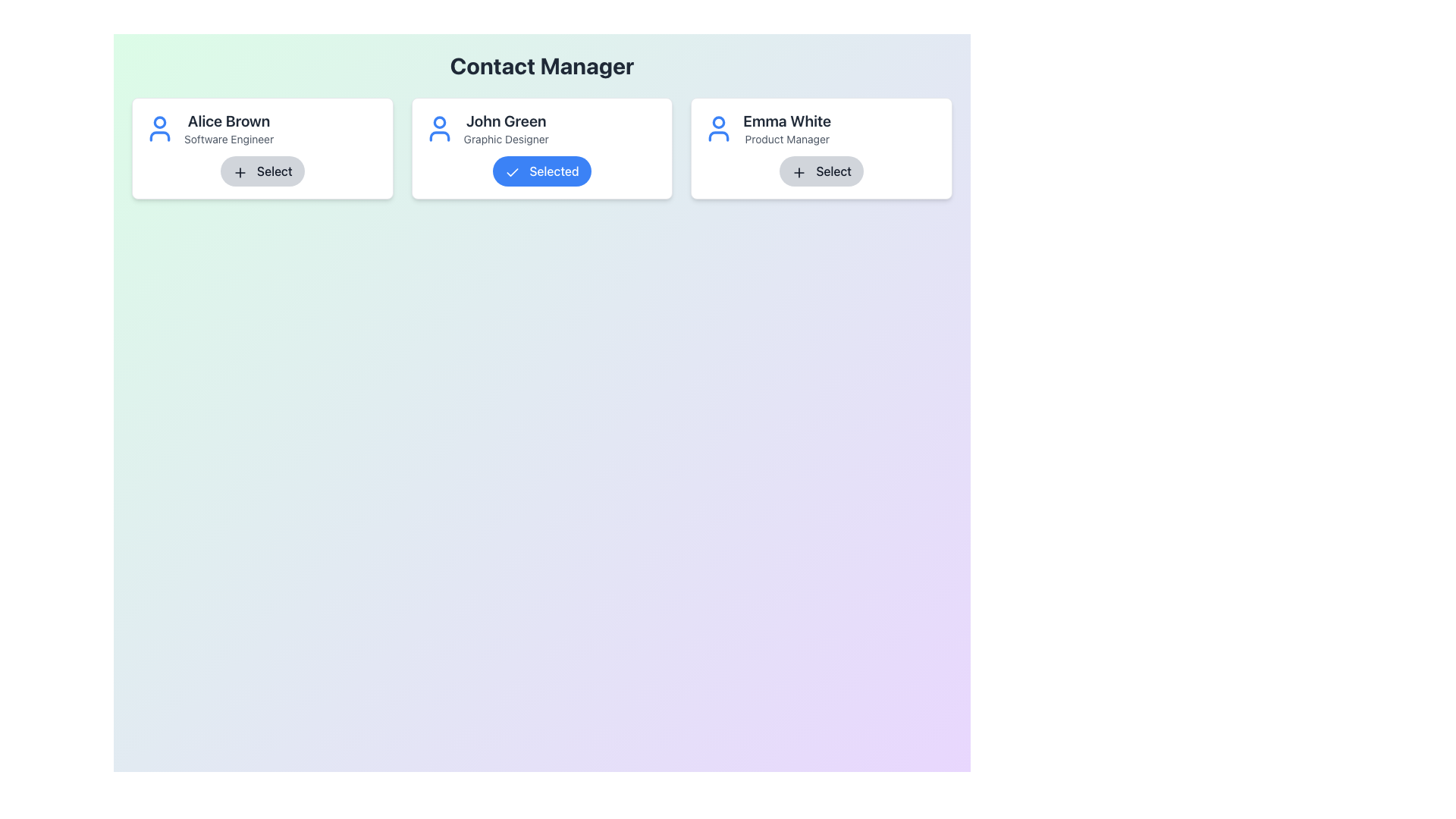 This screenshot has height=819, width=1456. Describe the element at coordinates (438, 121) in the screenshot. I see `the graphical icon within the user avatar card labeled 'John Green, Graphic Designer' located at the top center of the interface` at that location.